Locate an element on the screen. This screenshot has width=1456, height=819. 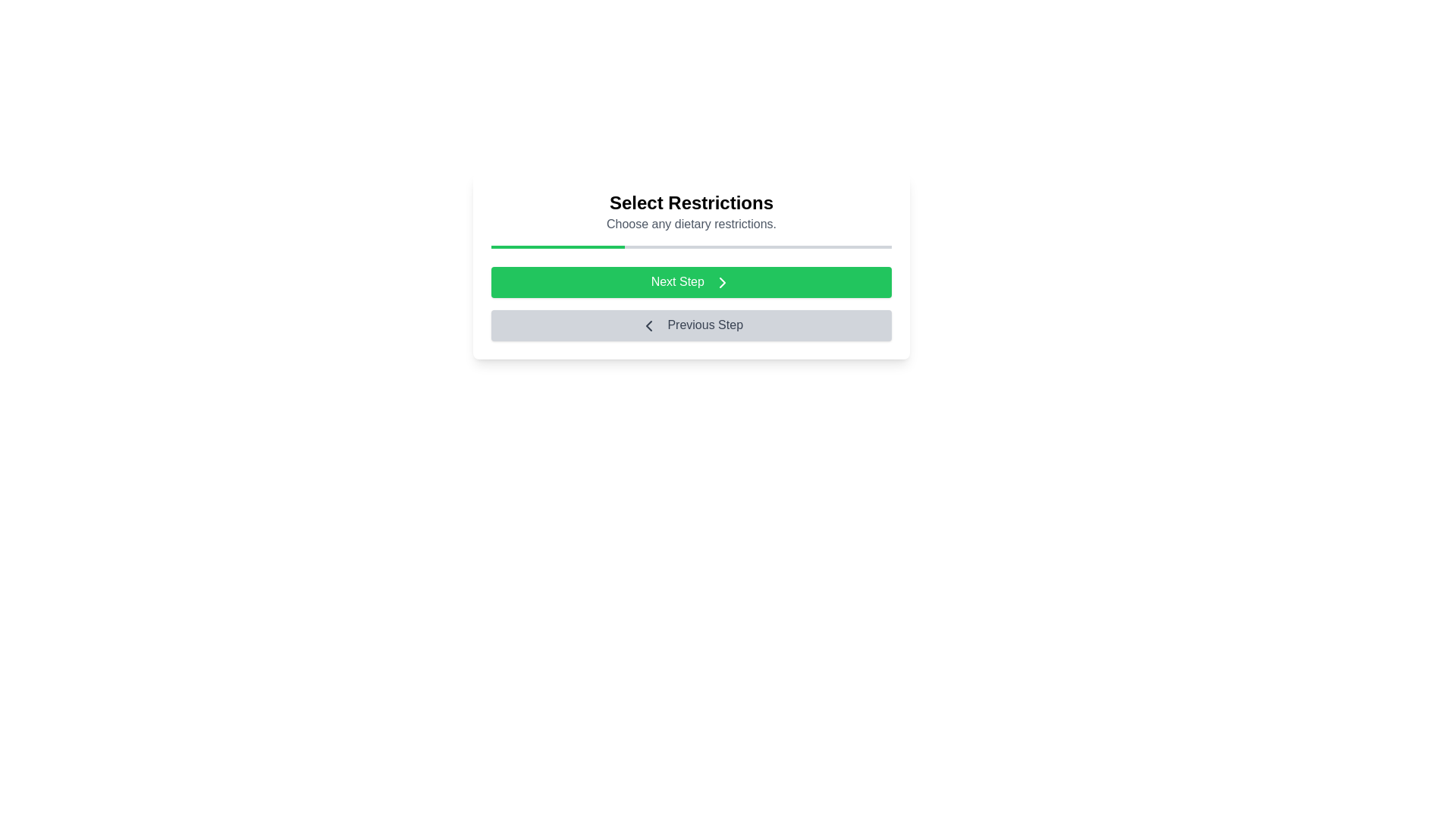
'Previous Step' button to go back to the previous step is located at coordinates (691, 324).